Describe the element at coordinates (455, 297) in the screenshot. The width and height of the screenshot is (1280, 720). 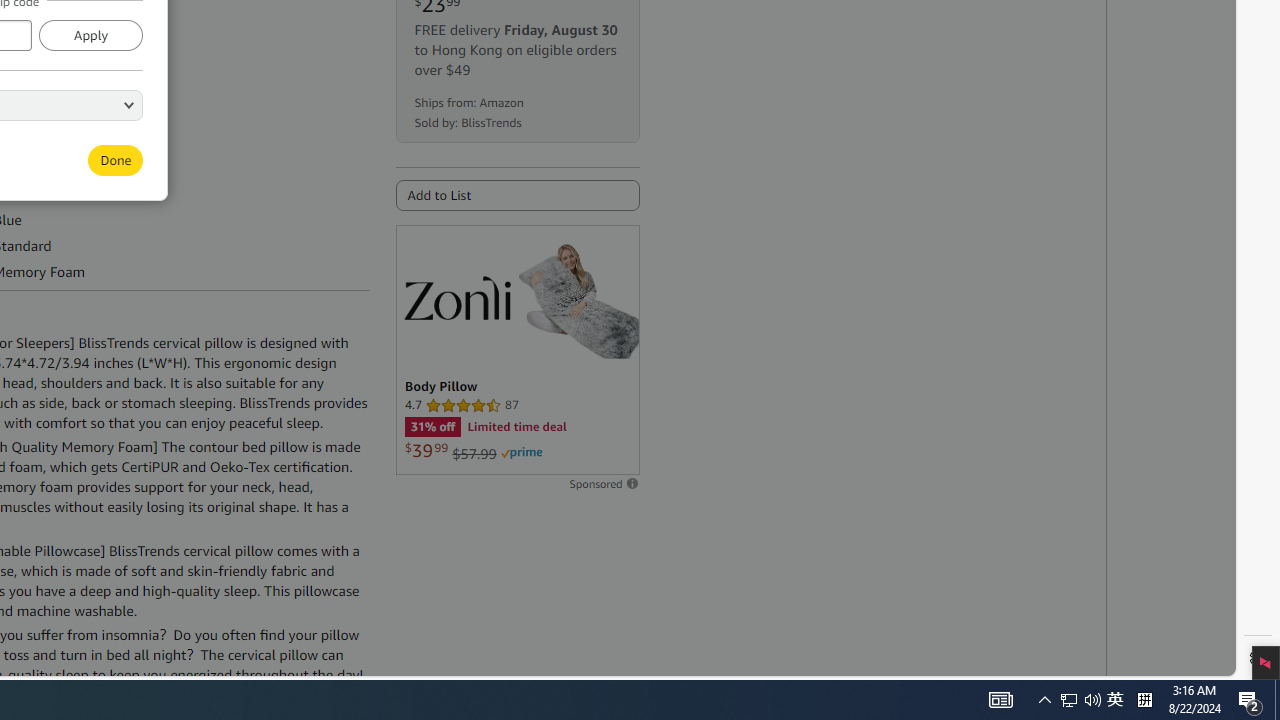
I see `'Logo'` at that location.